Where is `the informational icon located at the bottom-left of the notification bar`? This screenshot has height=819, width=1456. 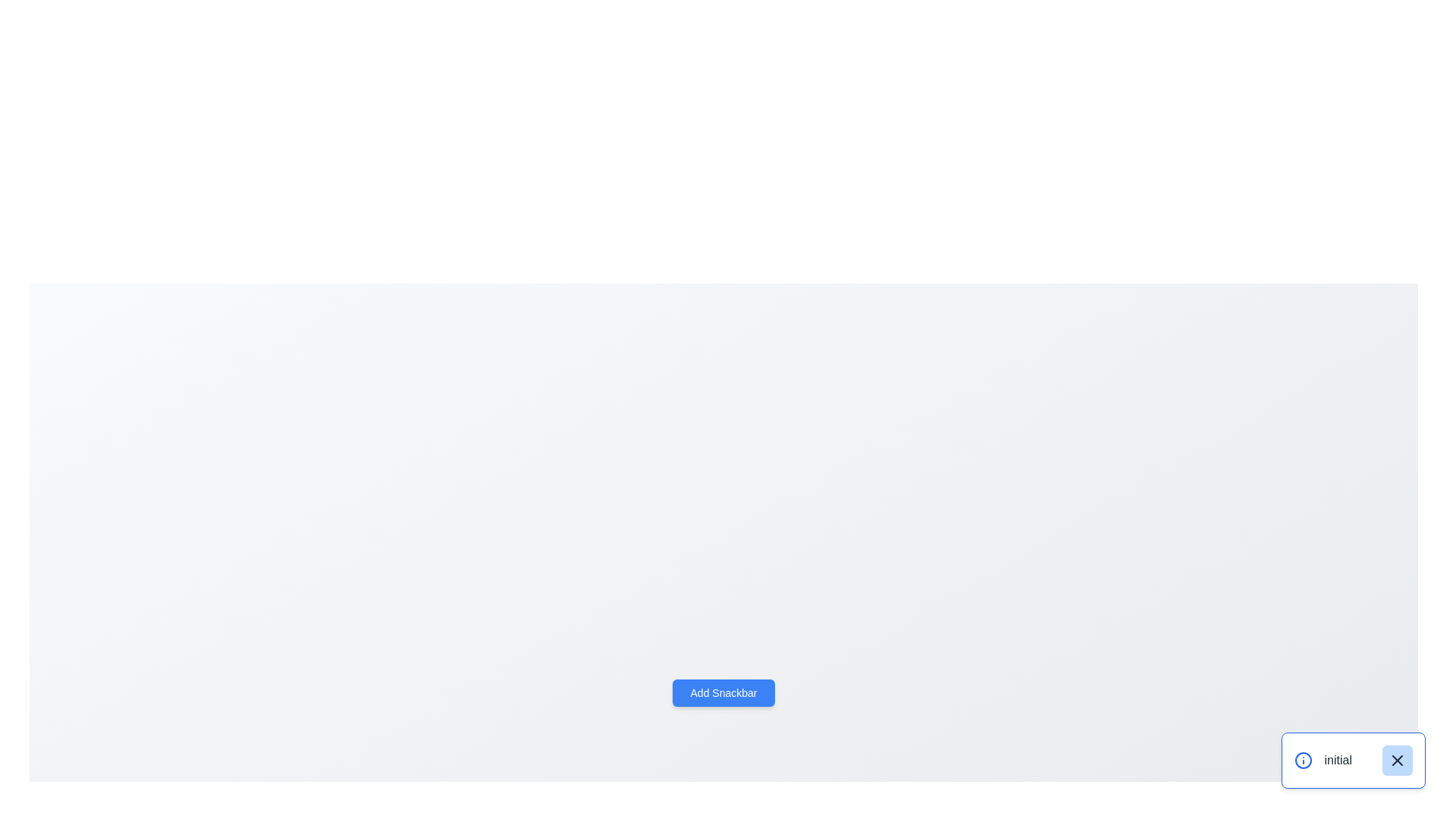 the informational icon located at the bottom-left of the notification bar is located at coordinates (1302, 760).